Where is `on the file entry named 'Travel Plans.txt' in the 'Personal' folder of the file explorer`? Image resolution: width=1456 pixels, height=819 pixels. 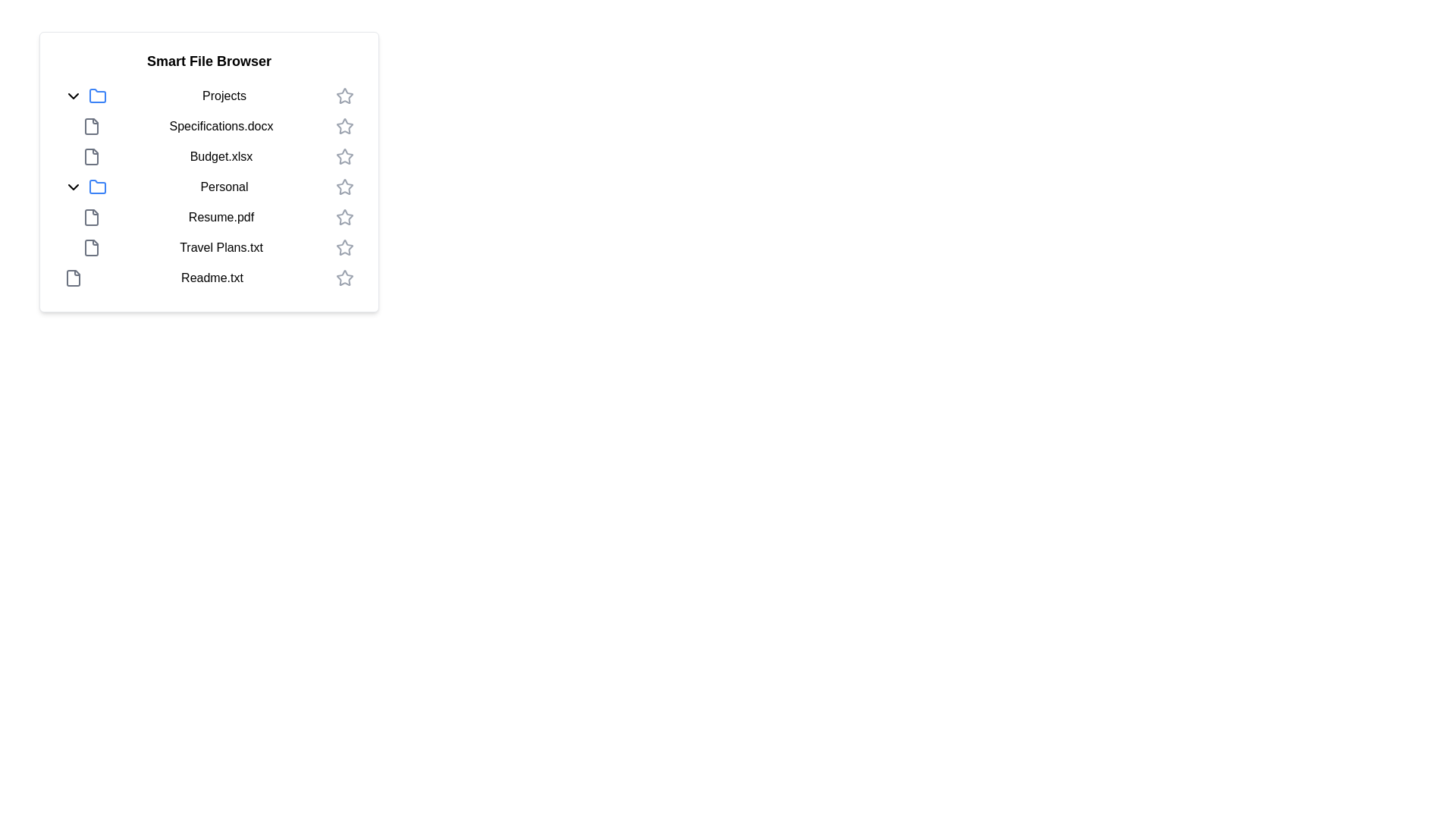 on the file entry named 'Travel Plans.txt' in the 'Personal' folder of the file explorer is located at coordinates (218, 247).